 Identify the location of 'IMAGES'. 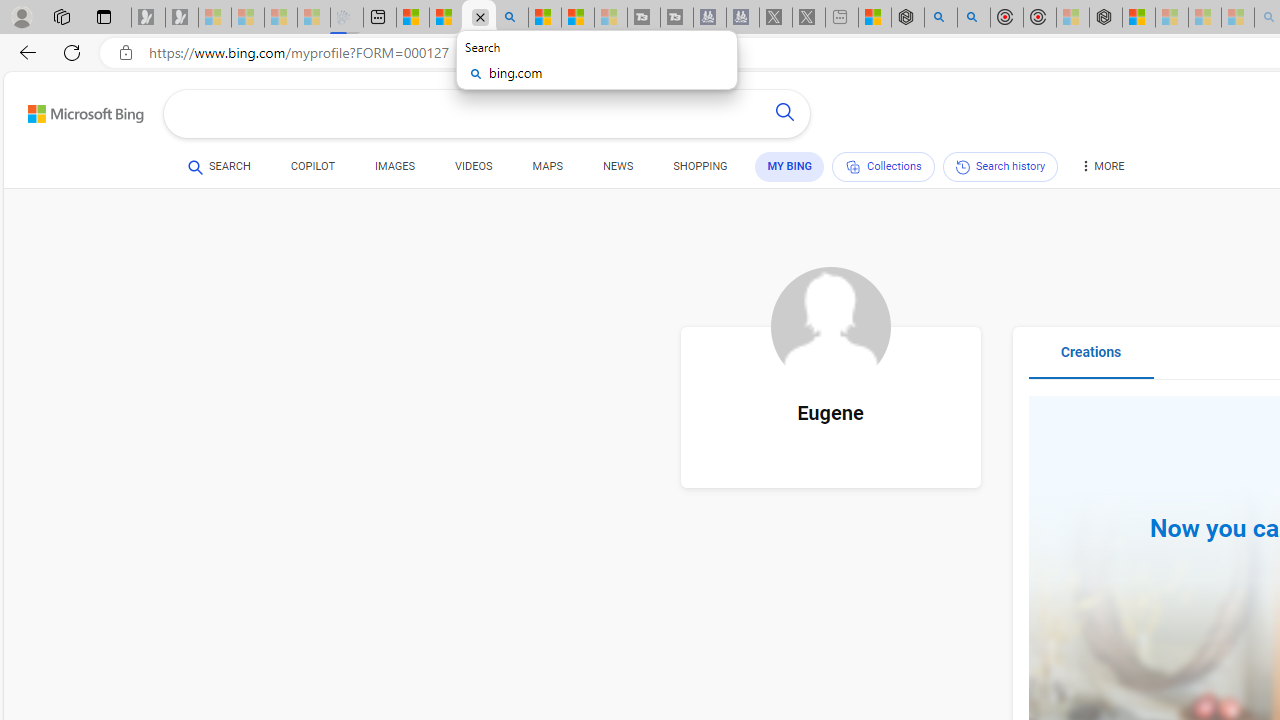
(394, 166).